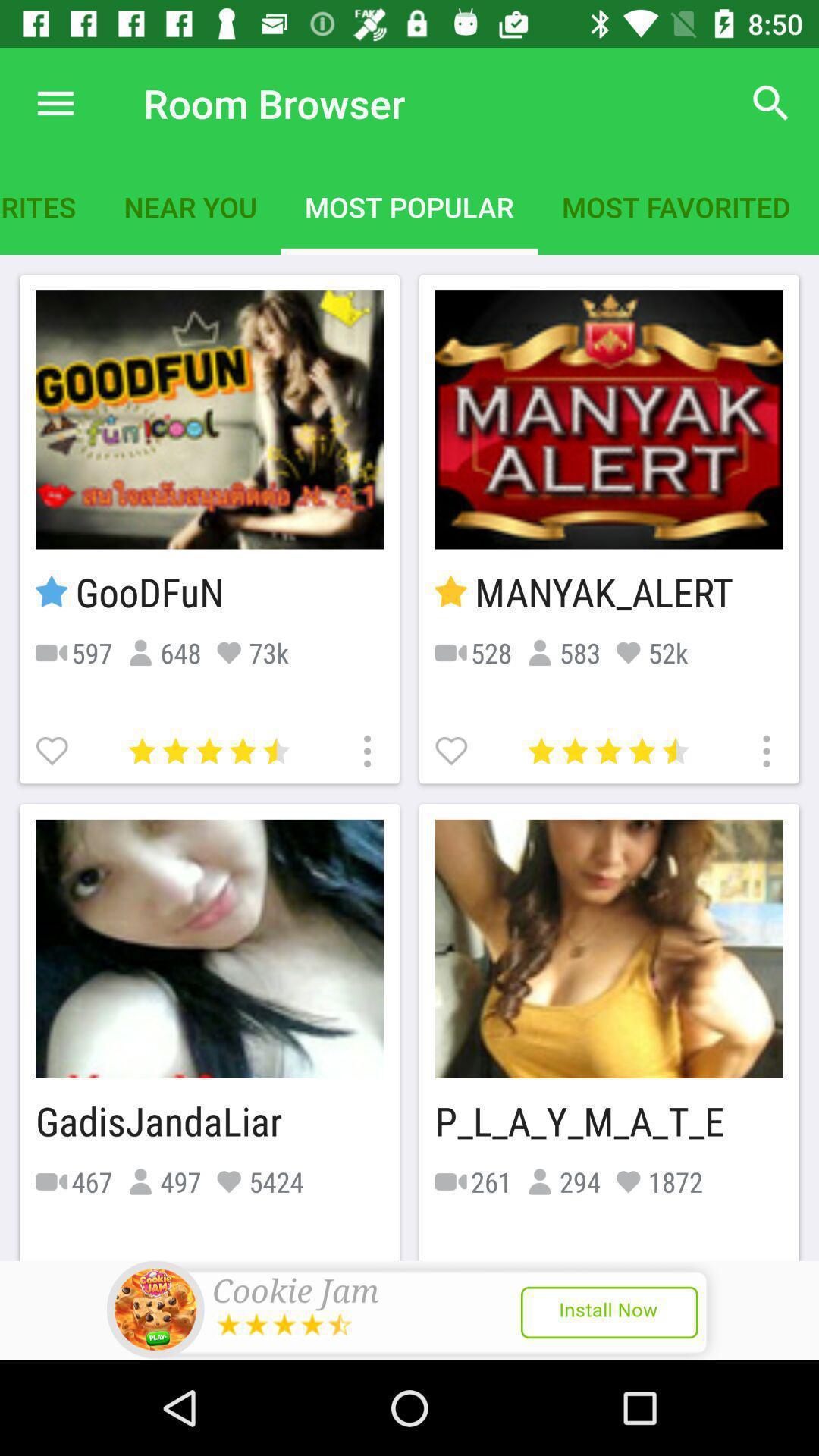  I want to click on as favorite, so click(452, 749).